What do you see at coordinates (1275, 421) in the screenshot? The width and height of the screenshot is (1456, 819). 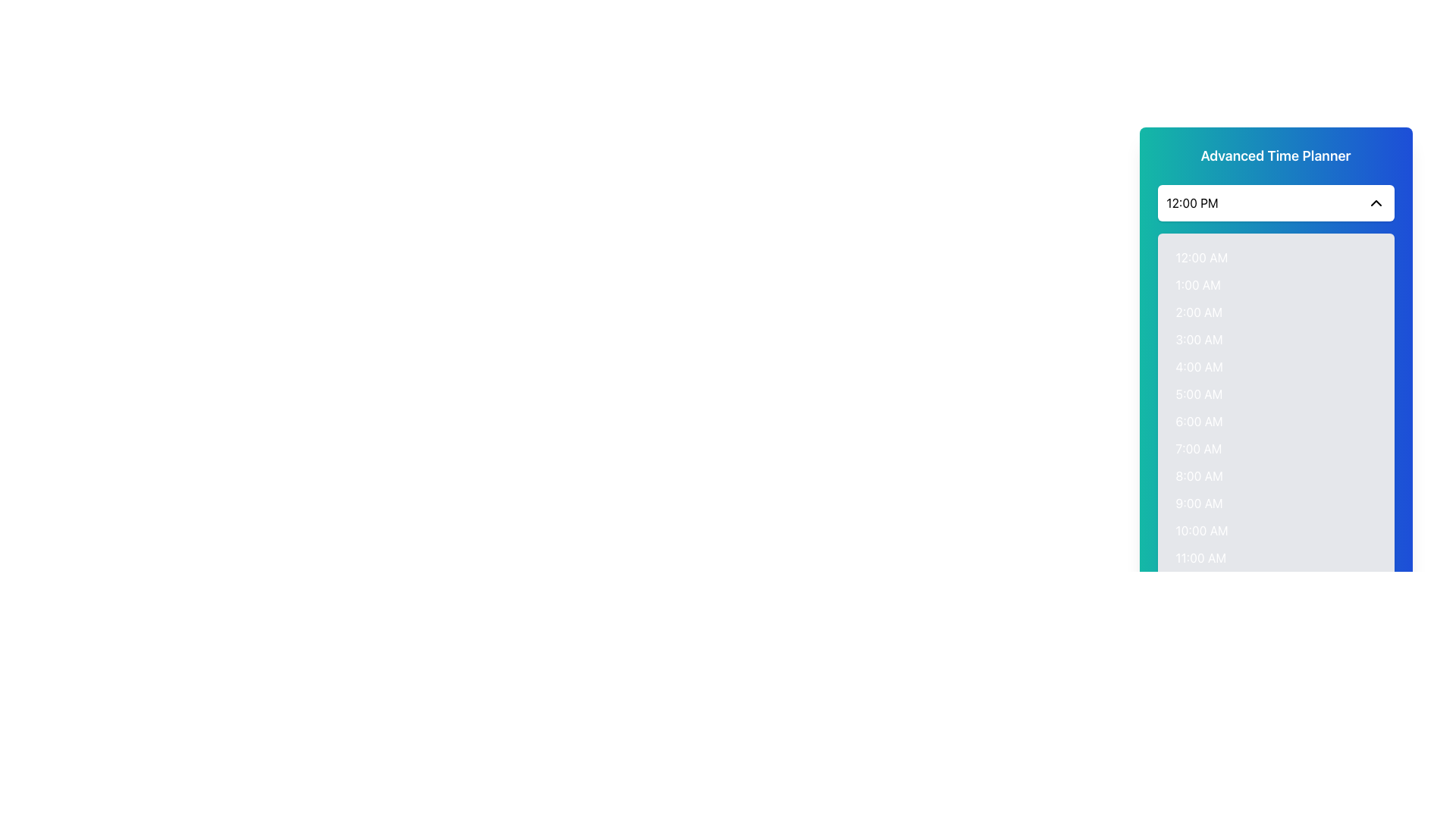 I see `the selectable list item for '6:00 AM', which is the seventh item in the list positioned between '5:00 AM' and '7:00 AM'` at bounding box center [1275, 421].